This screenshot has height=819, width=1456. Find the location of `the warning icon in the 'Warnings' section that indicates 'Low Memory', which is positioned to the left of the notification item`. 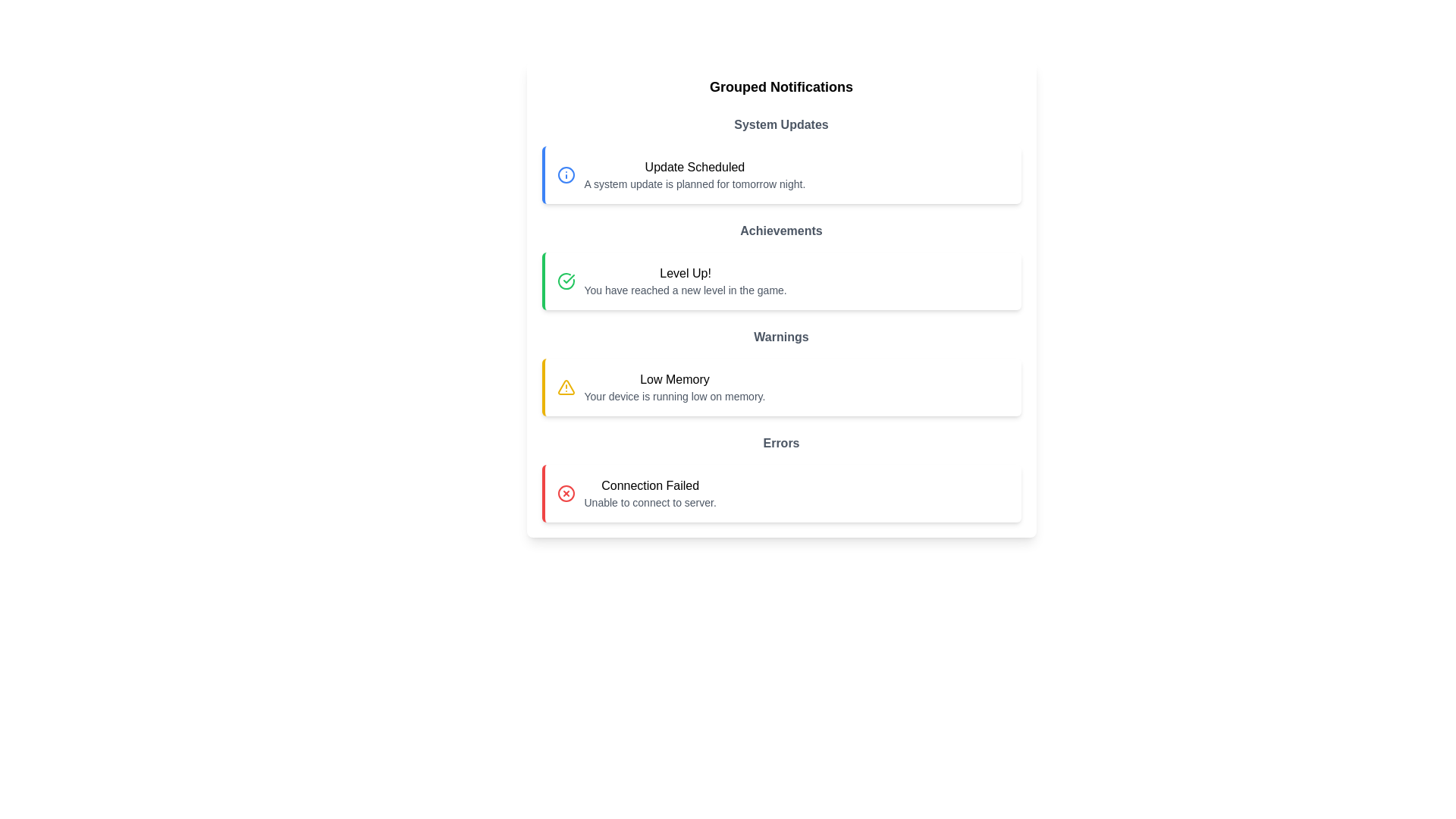

the warning icon in the 'Warnings' section that indicates 'Low Memory', which is positioned to the left of the notification item is located at coordinates (565, 386).